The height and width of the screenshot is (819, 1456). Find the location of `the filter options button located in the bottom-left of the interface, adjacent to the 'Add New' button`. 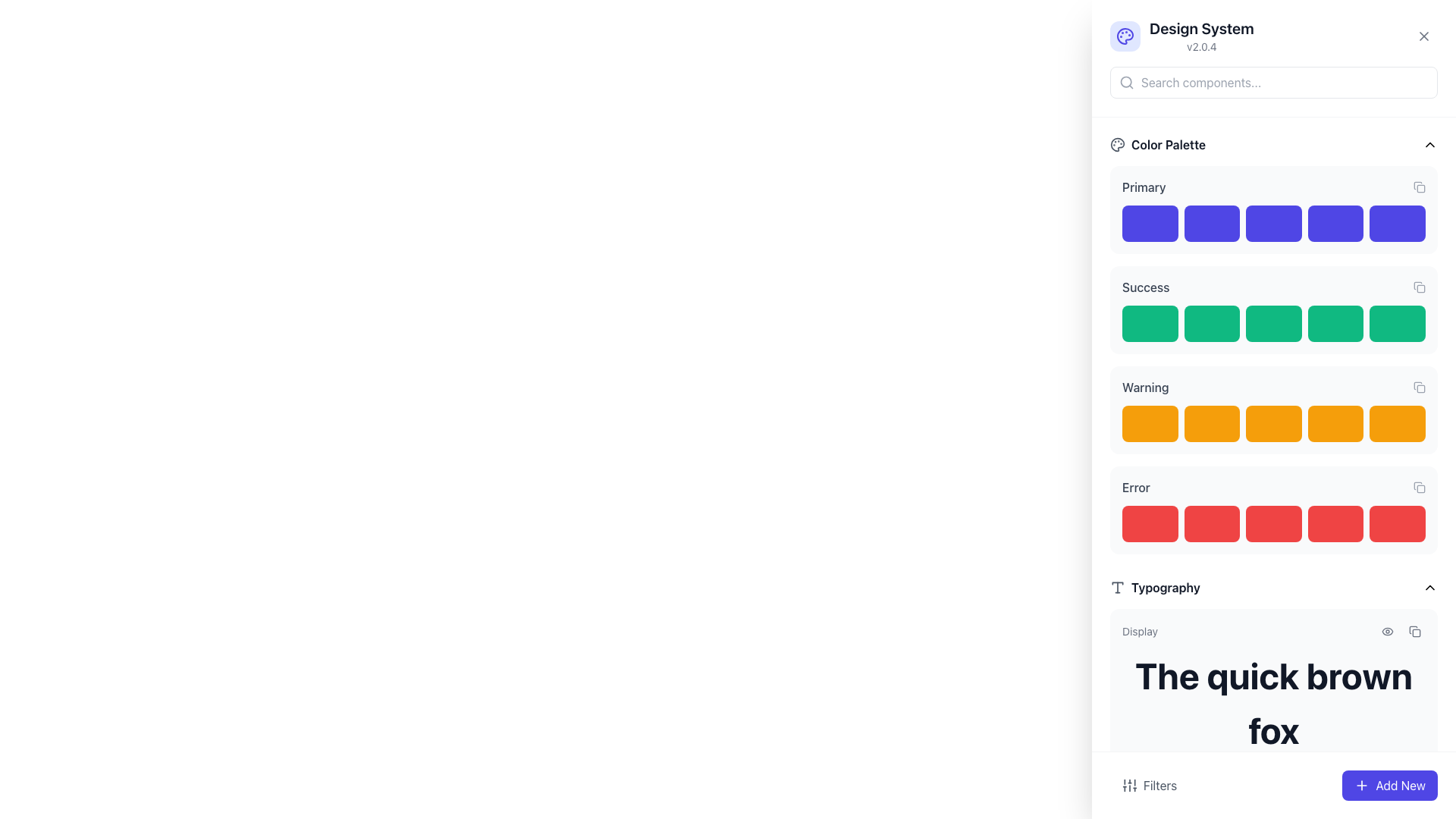

the filter options button located in the bottom-left of the interface, adjacent to the 'Add New' button is located at coordinates (1150, 785).